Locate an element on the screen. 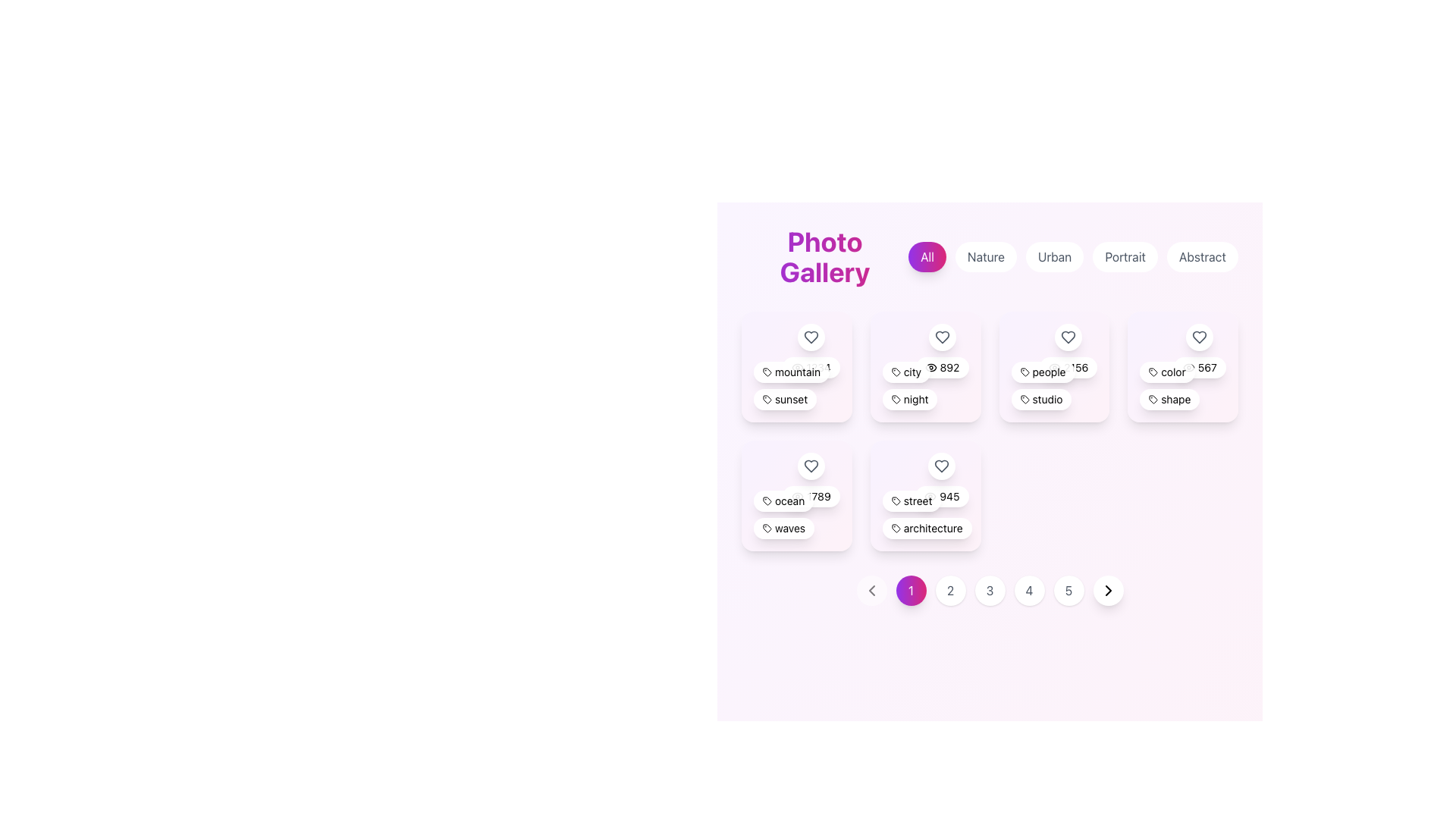 The width and height of the screenshot is (1456, 819). the non-interactive label categorizing content under 'architecture', positioned below the tag labeled 'street' in the lower section of the tag list is located at coordinates (926, 527).